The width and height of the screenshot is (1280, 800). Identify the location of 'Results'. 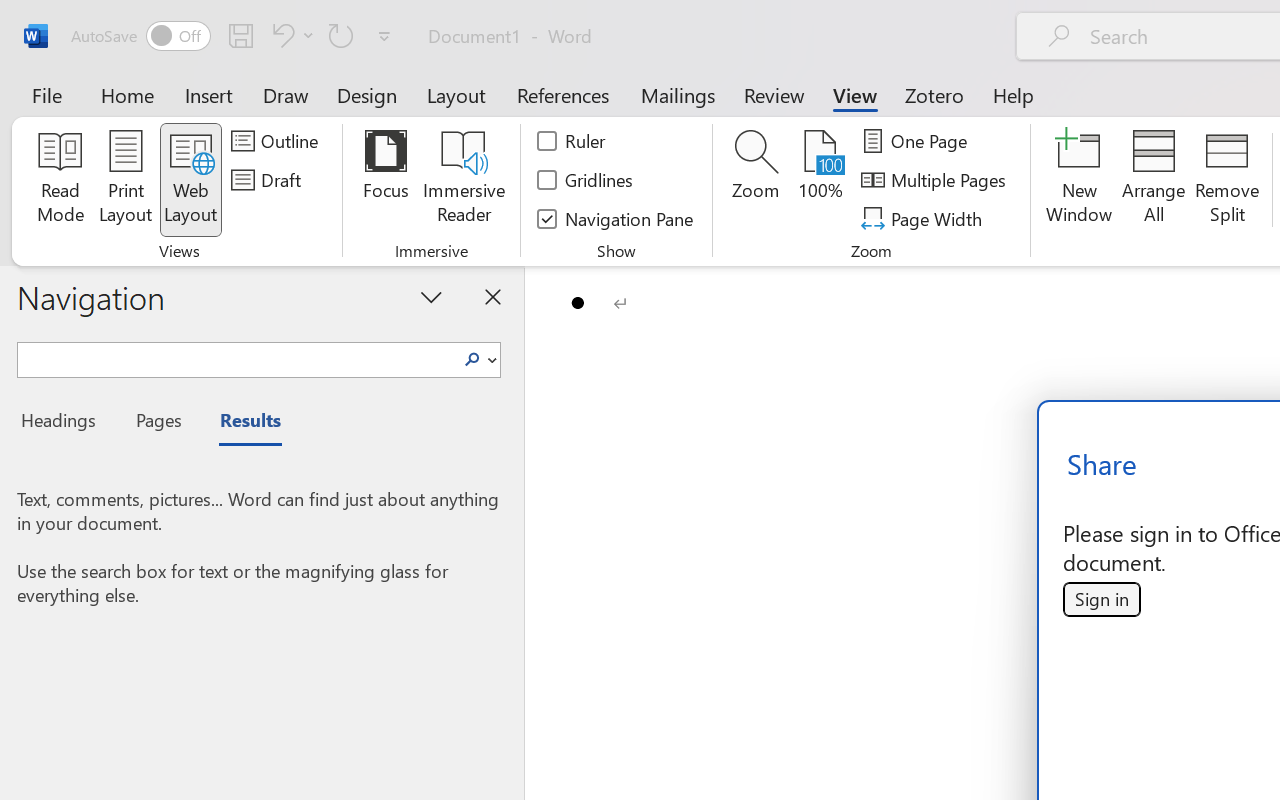
(240, 423).